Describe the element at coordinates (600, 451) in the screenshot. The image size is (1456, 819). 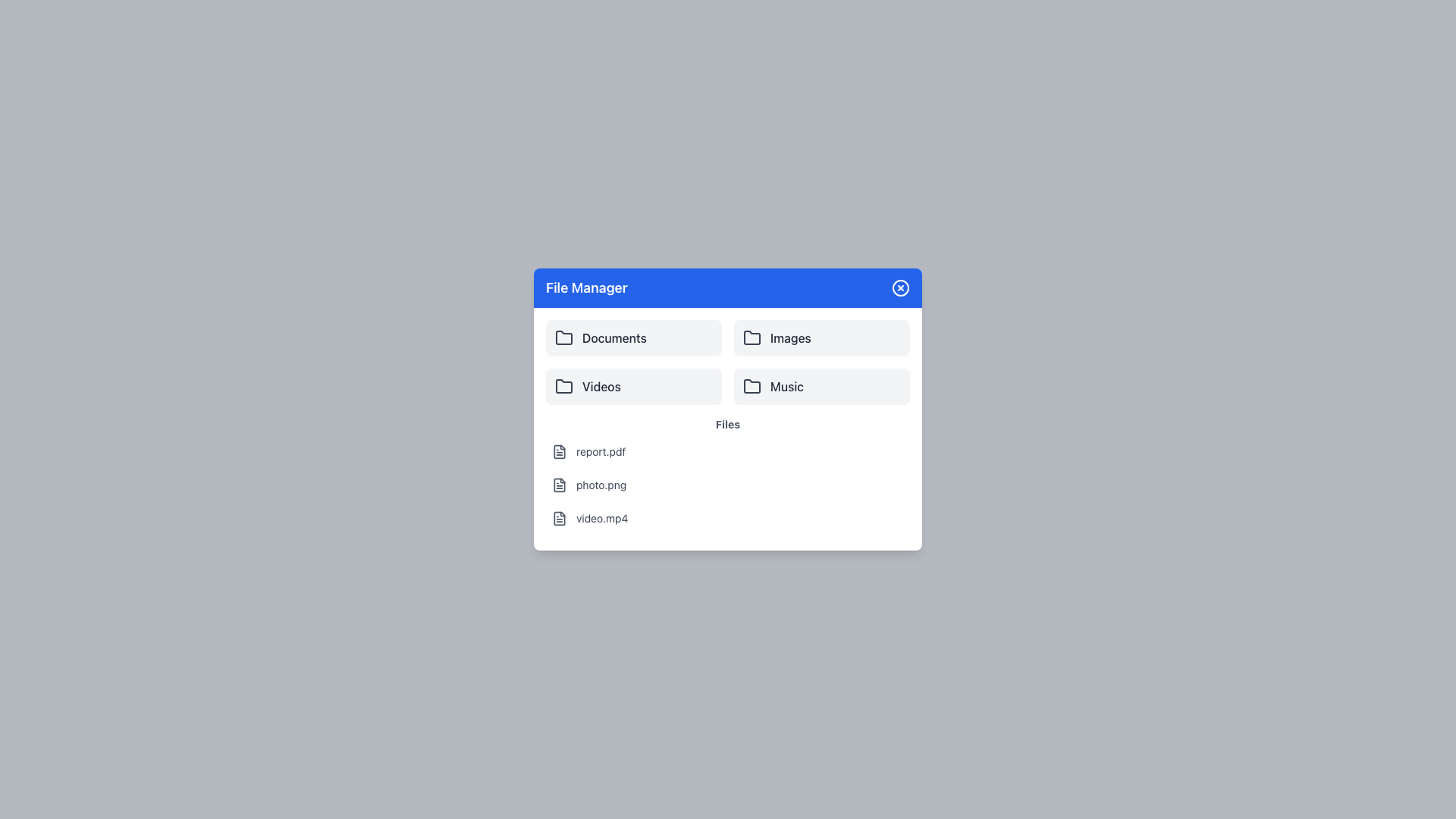
I see `the text label displaying the name 'report.pdf' in the file manager interface, located as the first file item under the 'Files' section` at that location.